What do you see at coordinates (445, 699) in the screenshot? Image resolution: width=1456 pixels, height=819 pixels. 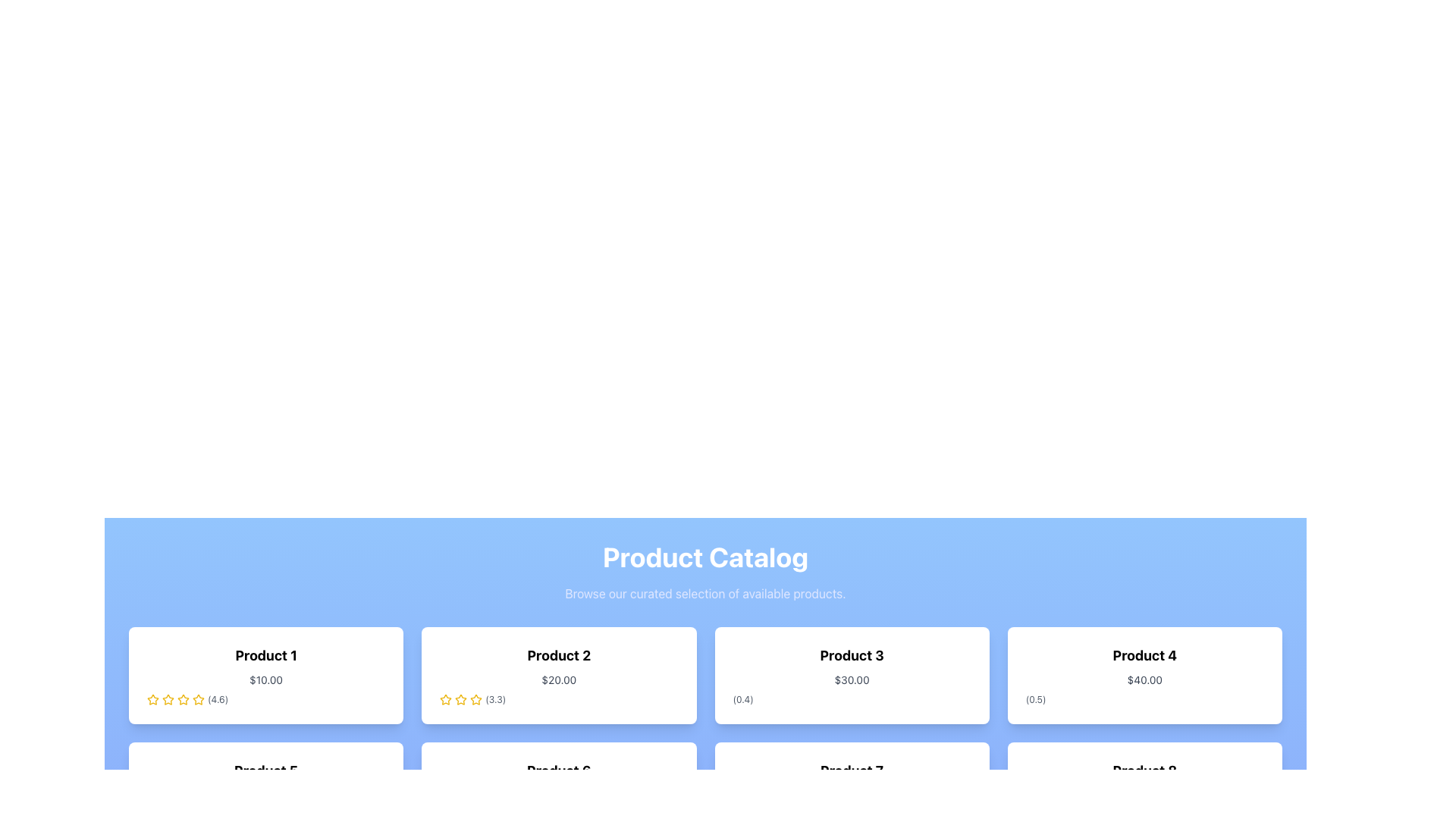 I see `the star icon in the star-based rating system for 'Product 2'` at bounding box center [445, 699].